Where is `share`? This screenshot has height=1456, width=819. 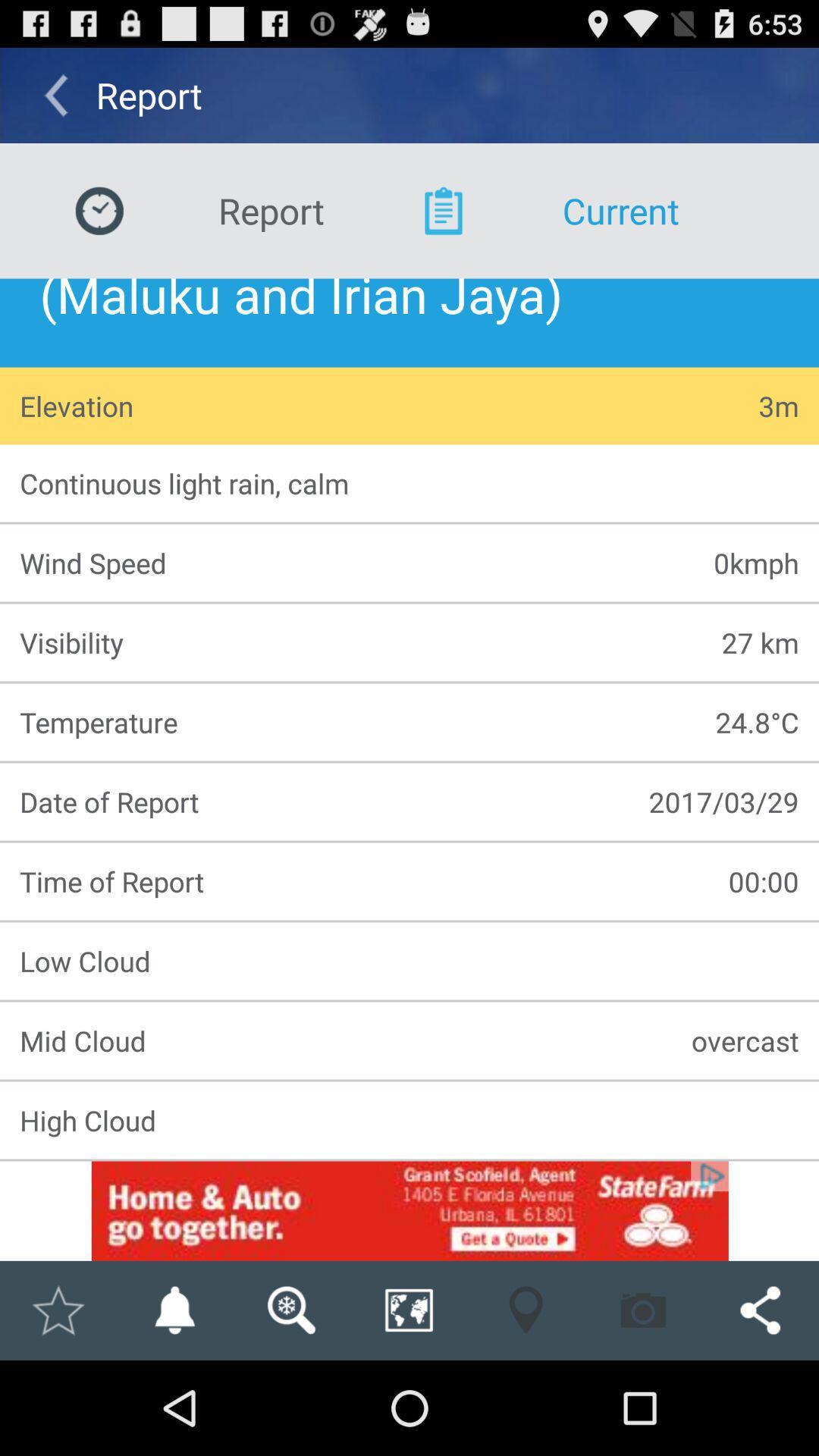 share is located at coordinates (408, 1310).